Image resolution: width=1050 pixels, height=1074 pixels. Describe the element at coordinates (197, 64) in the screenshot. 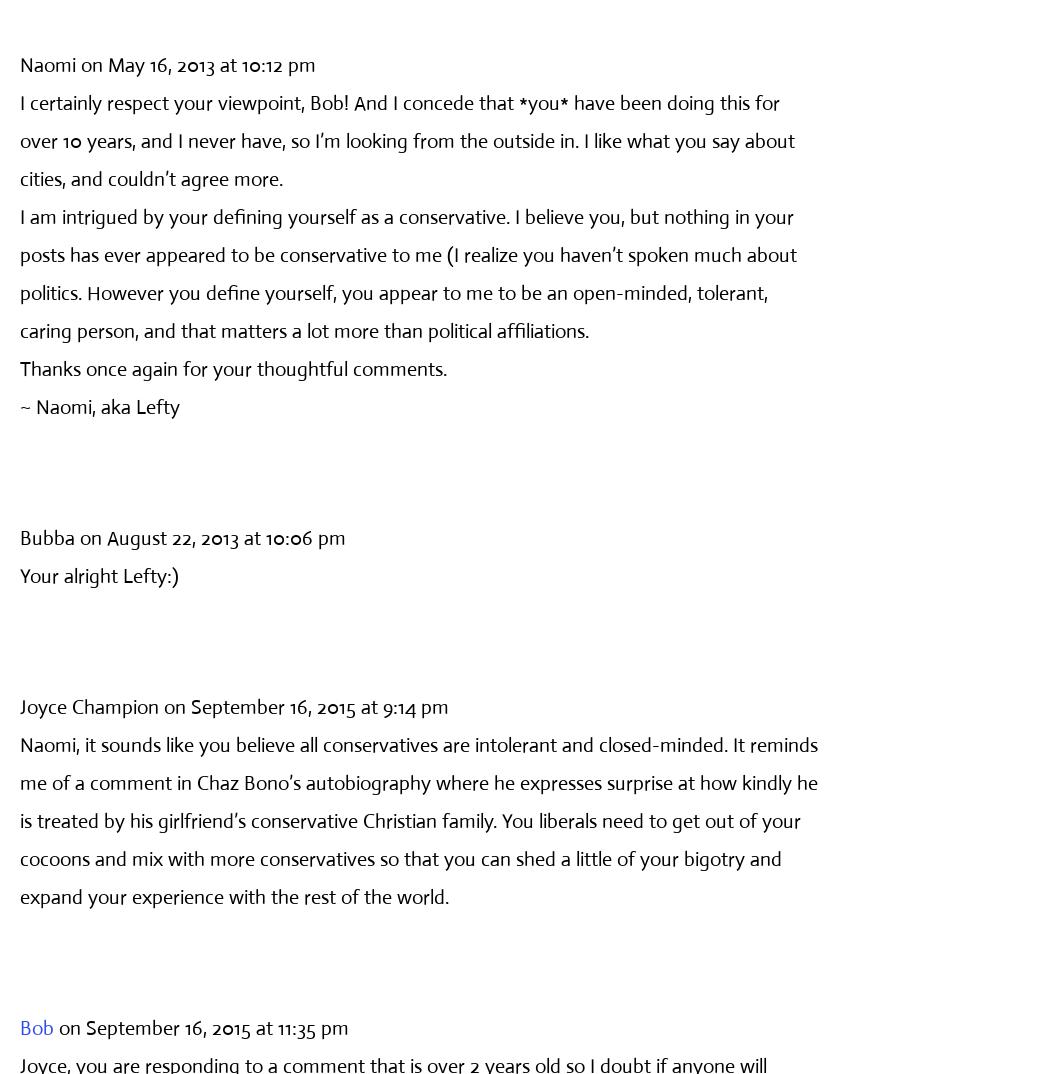

I see `'on May 16, 2013 at 10:12 pm'` at that location.